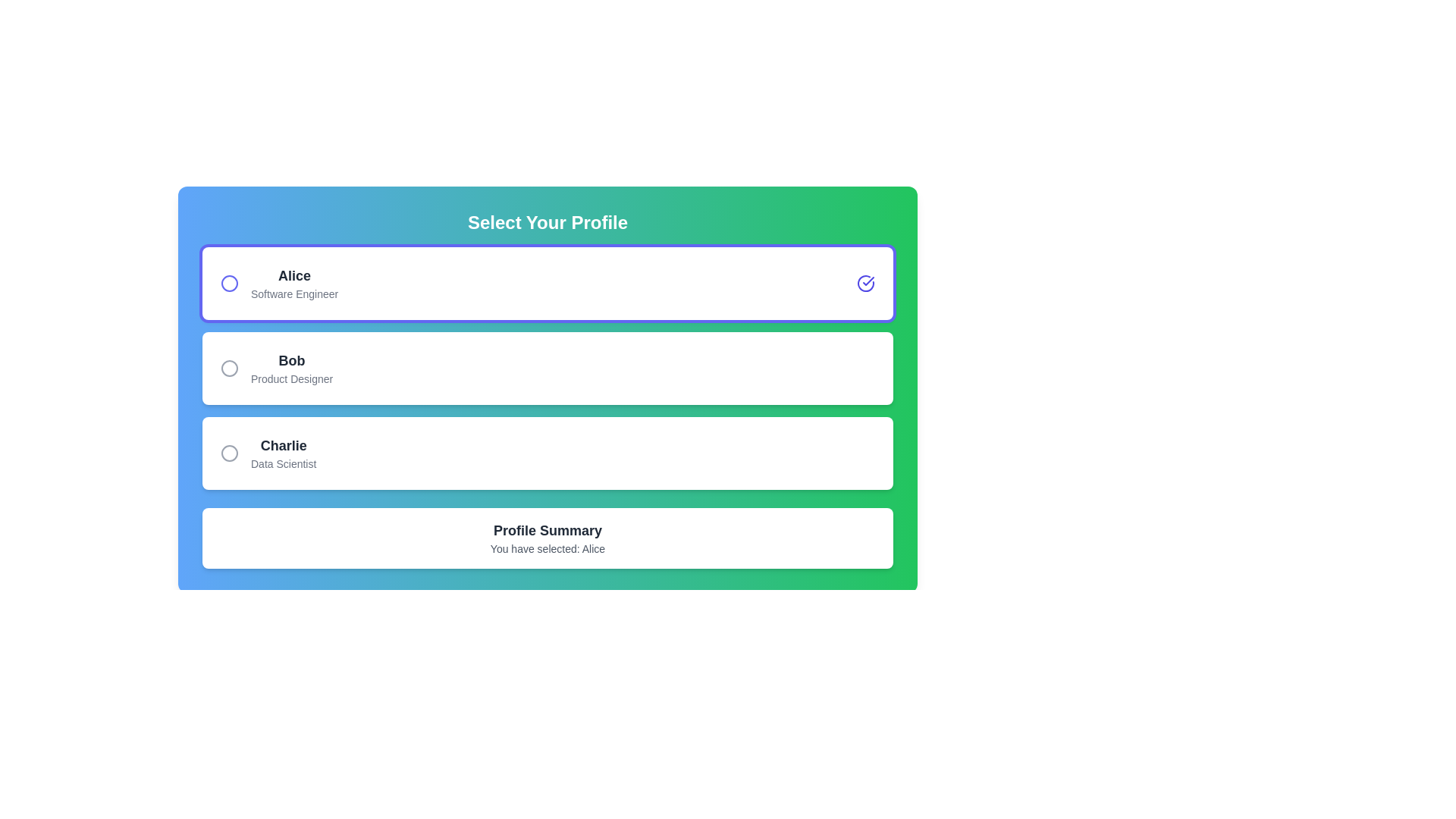 The width and height of the screenshot is (1456, 819). I want to click on the confirmation icon located at the far right of Alice's profile card for visual highlights, so click(866, 284).